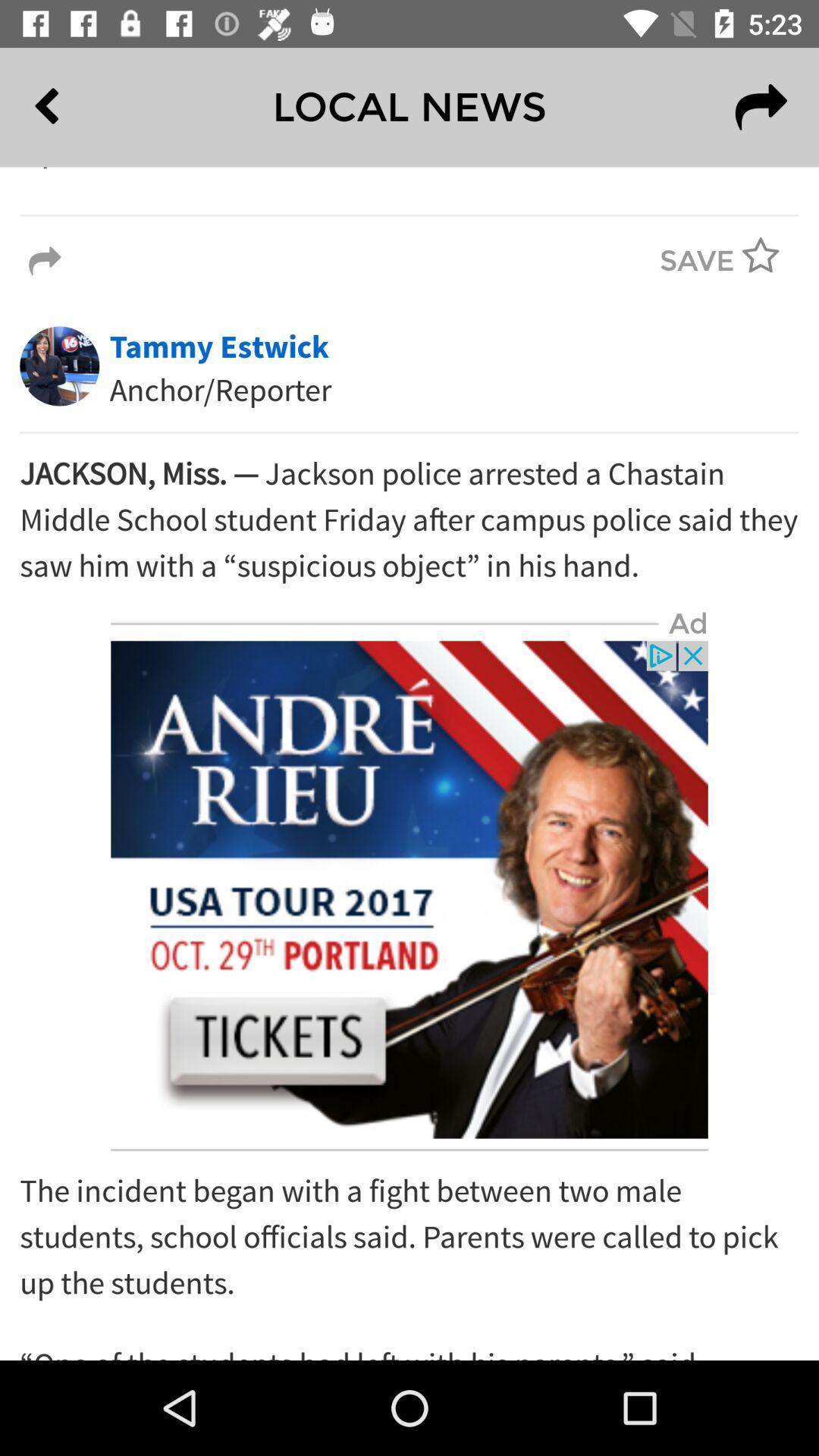 The height and width of the screenshot is (1456, 819). I want to click on the image left to tammy estwick, so click(58, 366).